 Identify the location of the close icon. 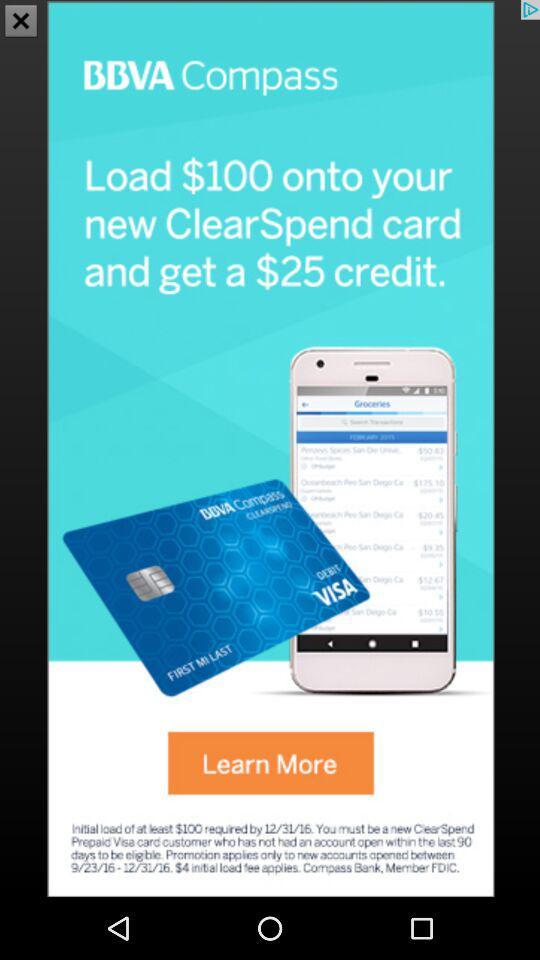
(20, 20).